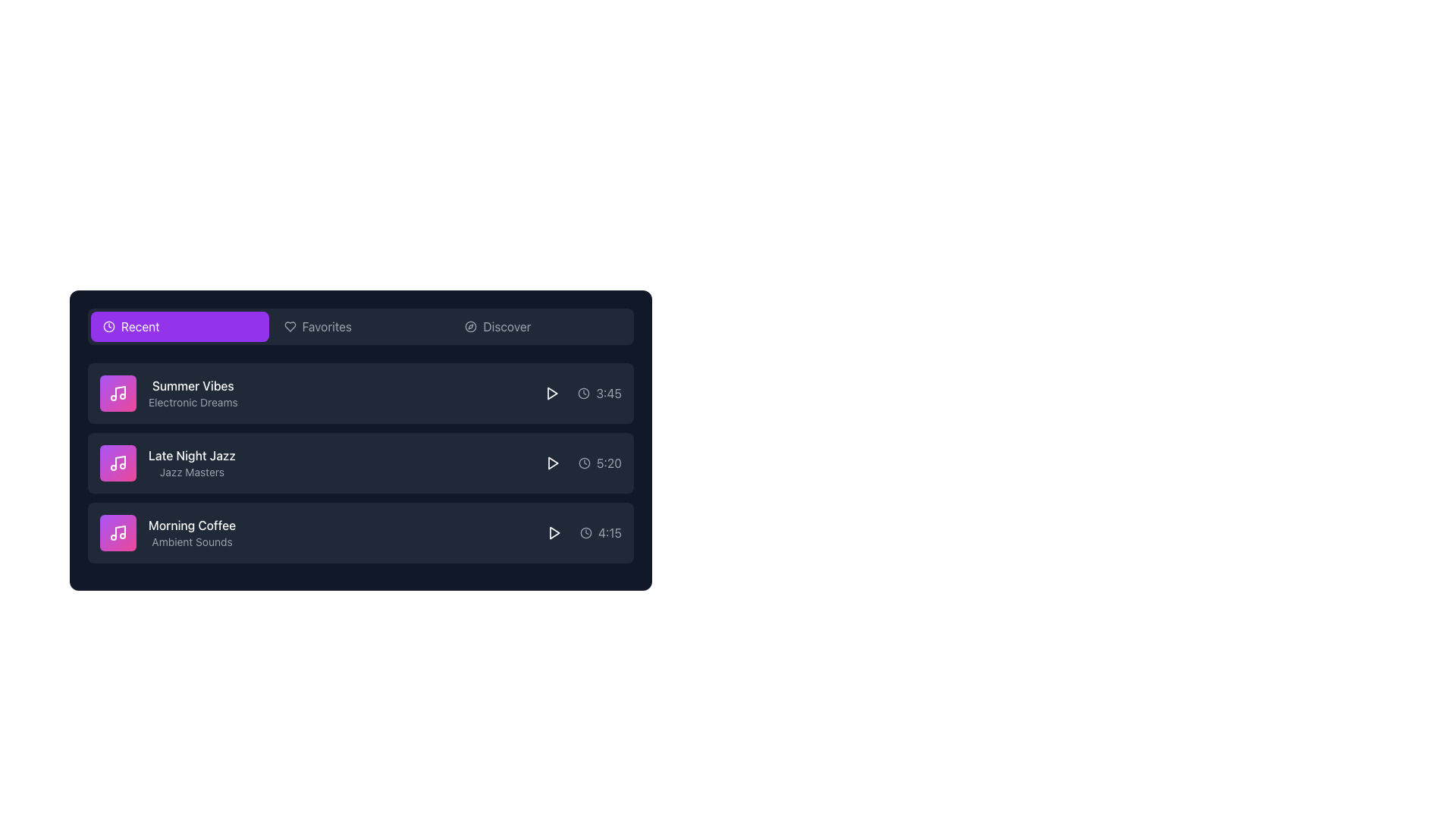  I want to click on the circular play button for the 'Morning Coffee - Ambient Sounds' track, located in the lower right section next to '4:15', so click(553, 532).